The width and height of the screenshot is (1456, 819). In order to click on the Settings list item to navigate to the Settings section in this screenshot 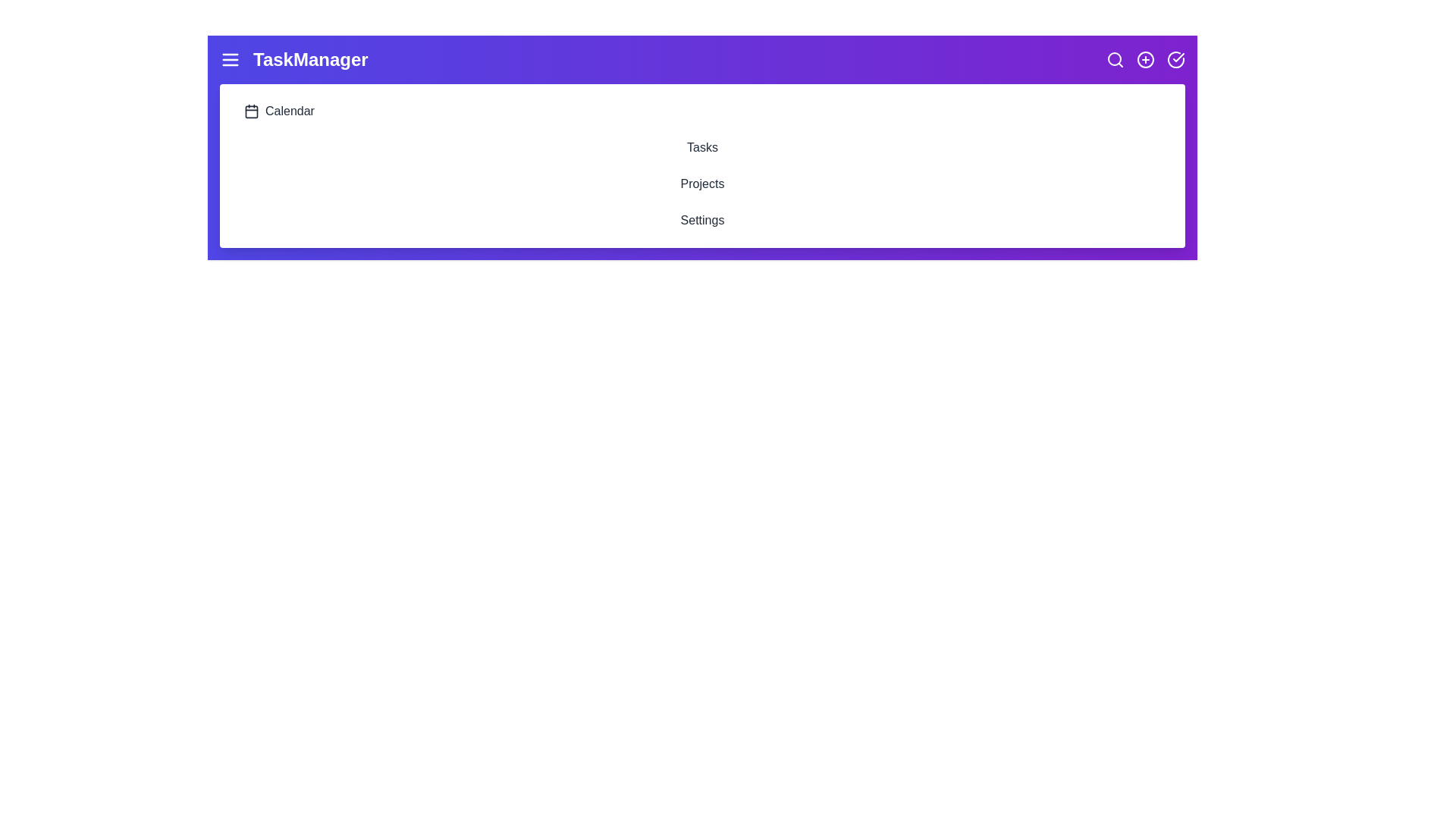, I will do `click(701, 220)`.